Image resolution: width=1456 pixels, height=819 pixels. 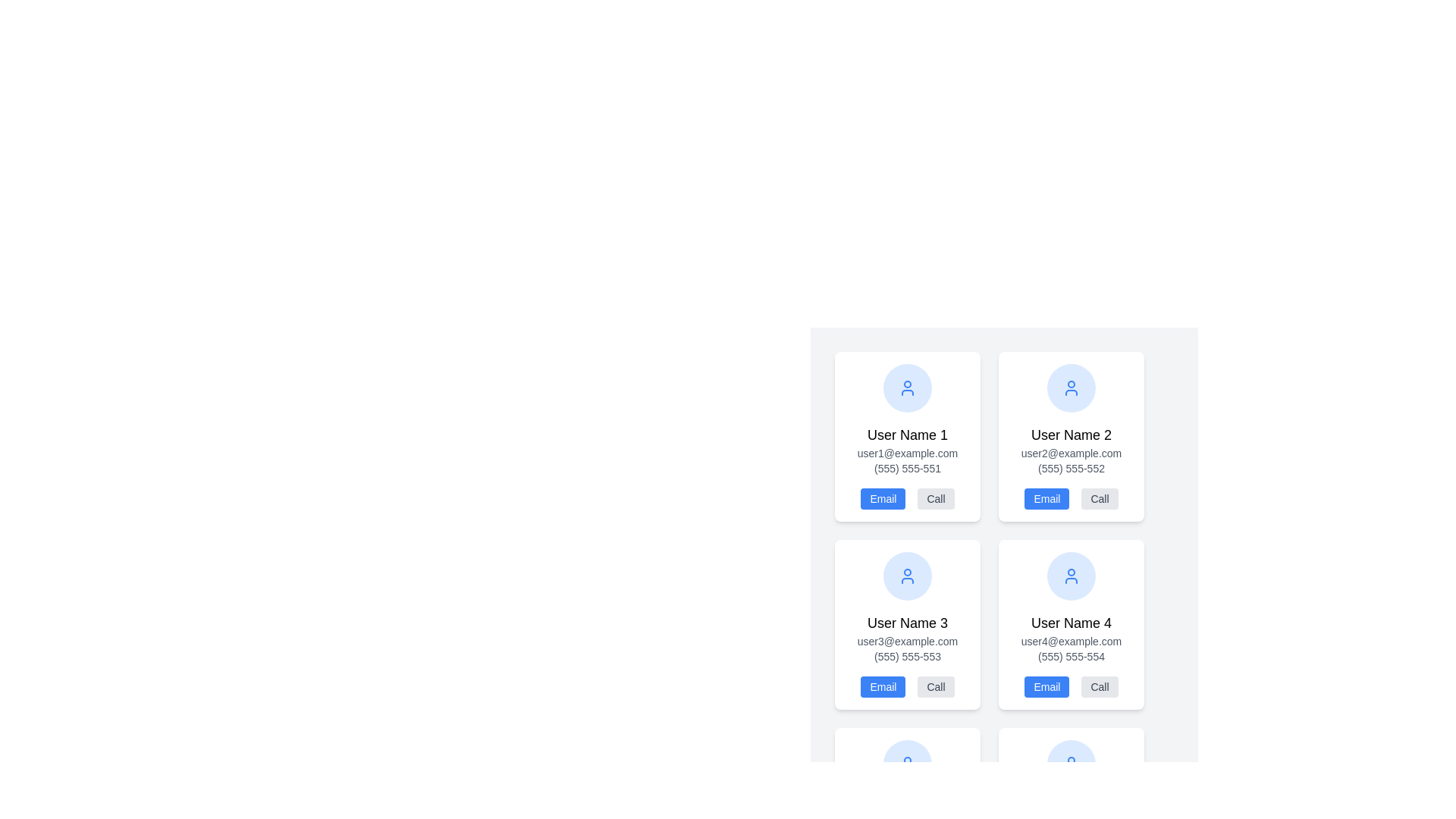 I want to click on the blue 'Email' button with white text, located beneath the user contact information for 'User Name 1', to initiate the email action, so click(x=883, y=499).